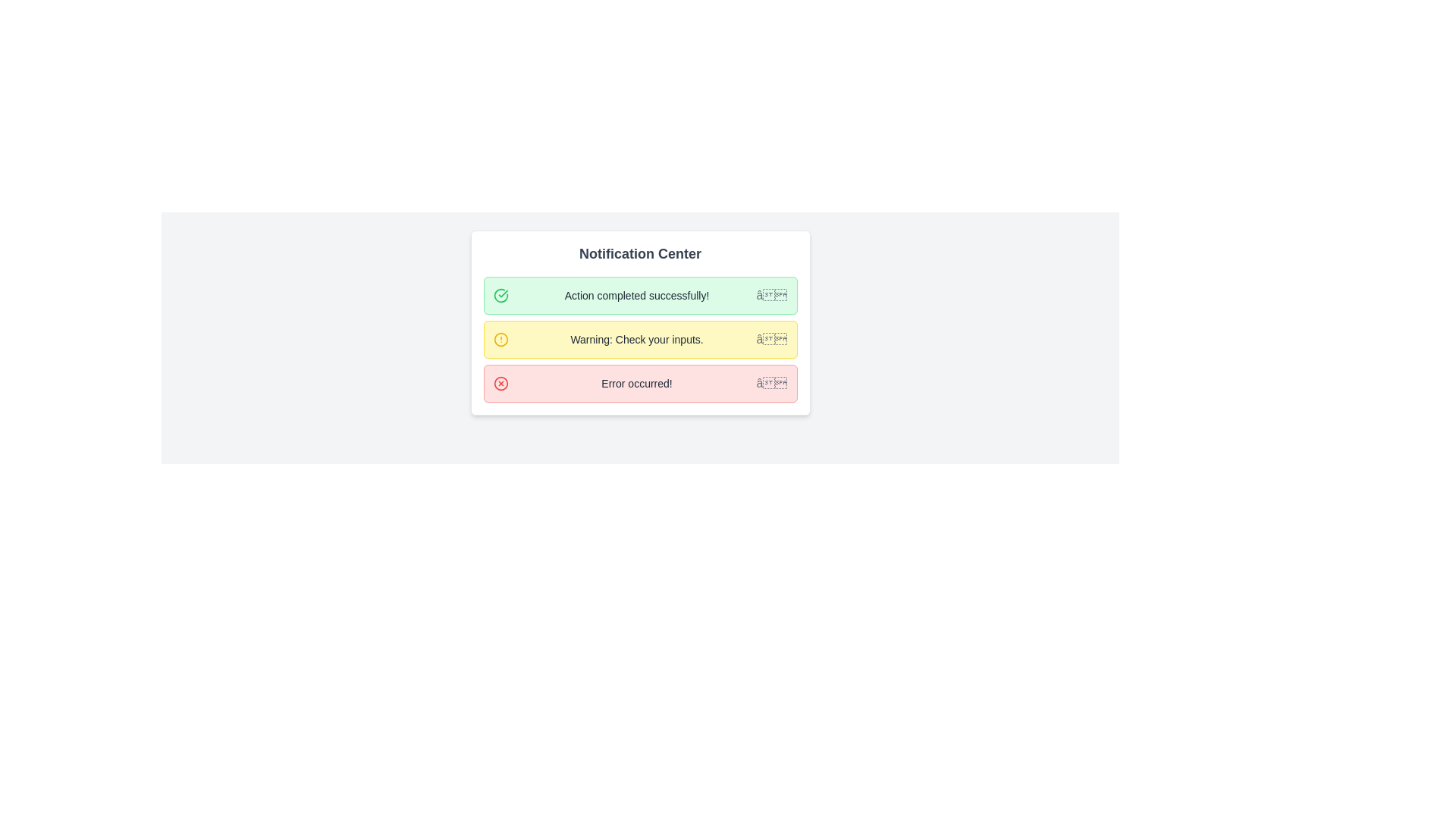  I want to click on the dismiss button located at the extreme right of the 'Error occurred!' notification bar for accessibility navigation, so click(771, 382).